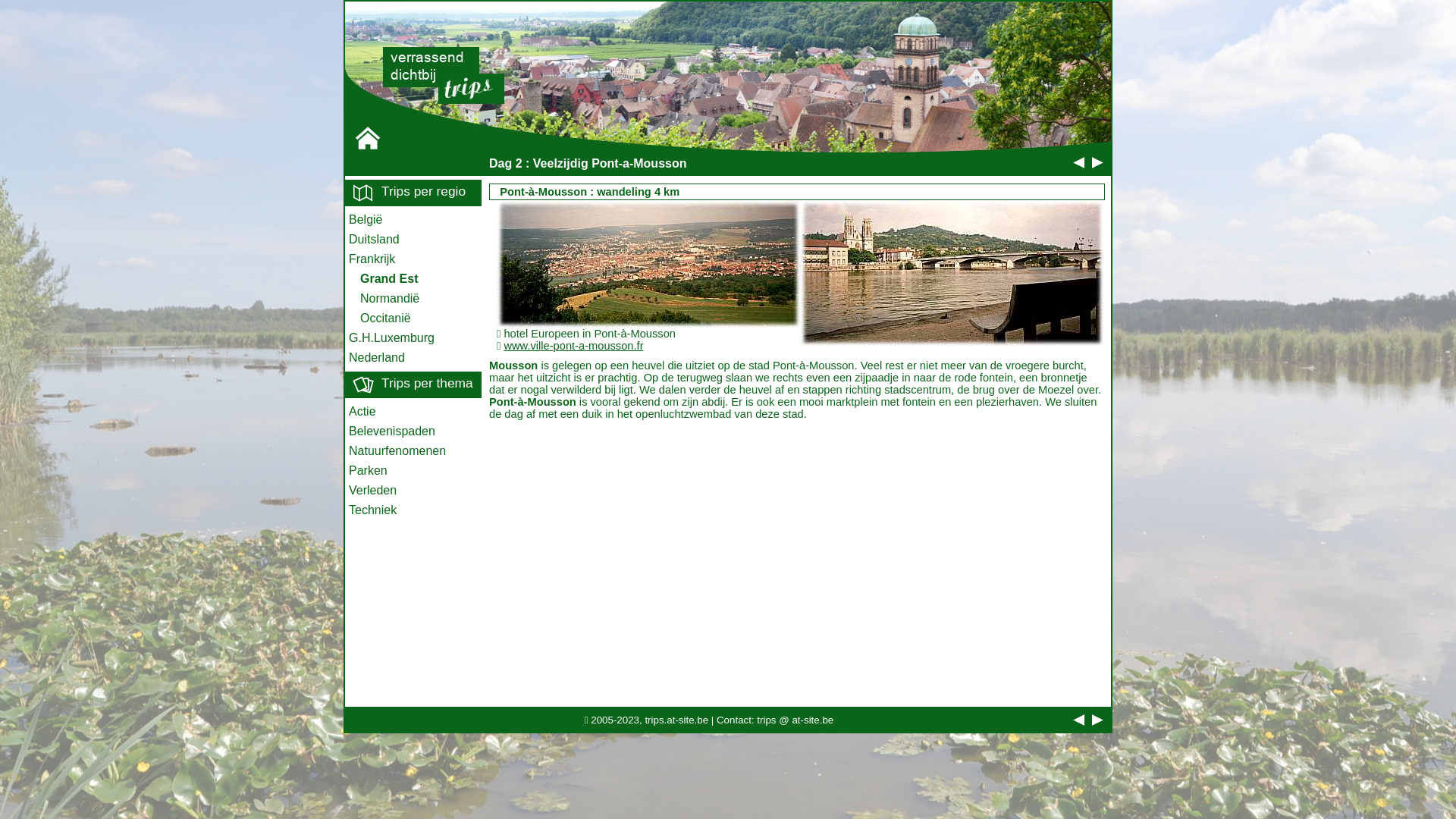  I want to click on 'Belevenispaden', so click(344, 431).